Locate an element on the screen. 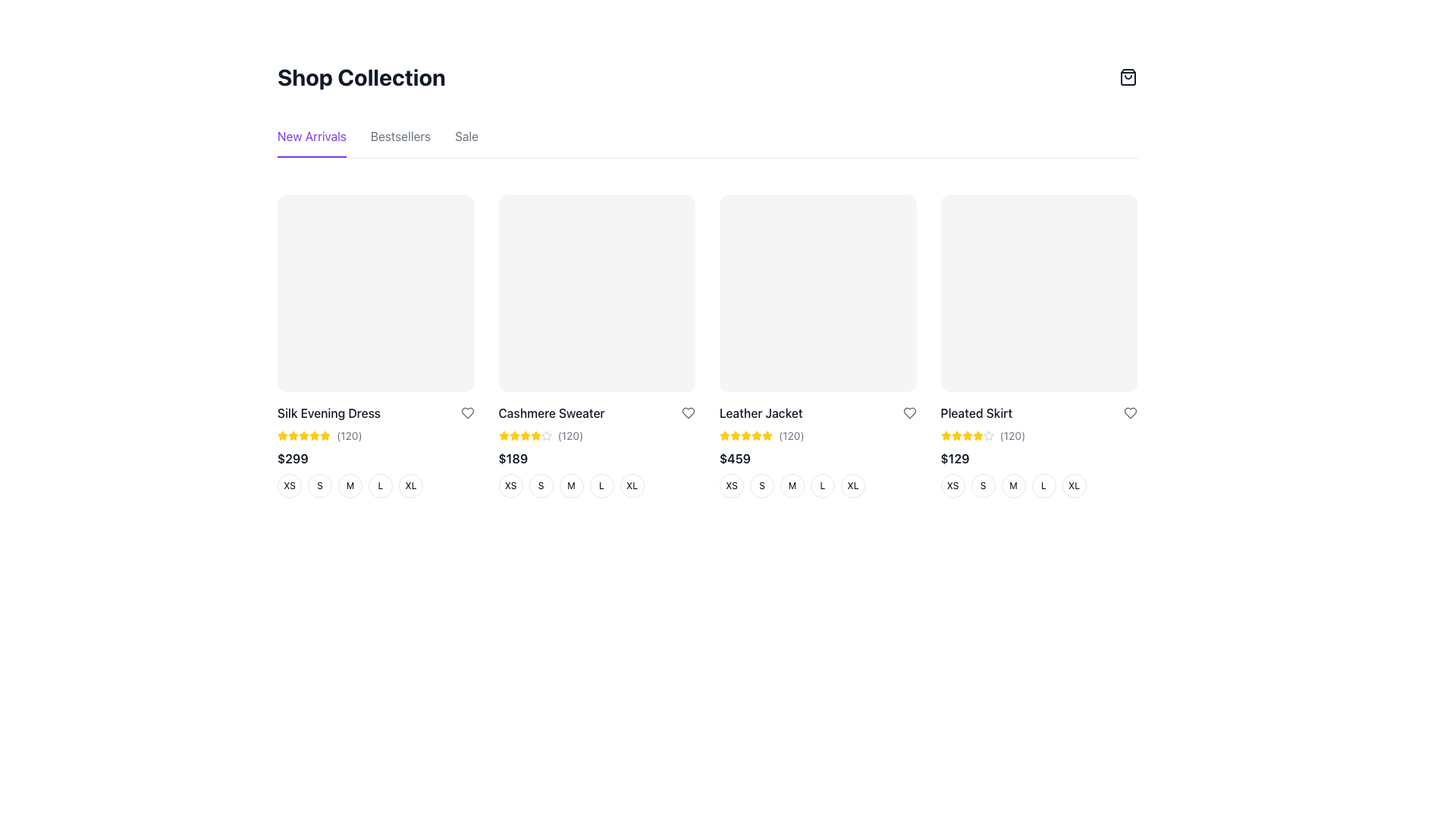 The width and height of the screenshot is (1456, 819). the text label 'Silk Evening Dress', which is styled in a medium-weight font with dark gray color and located under the image placeholder of the first product listing is located at coordinates (375, 413).